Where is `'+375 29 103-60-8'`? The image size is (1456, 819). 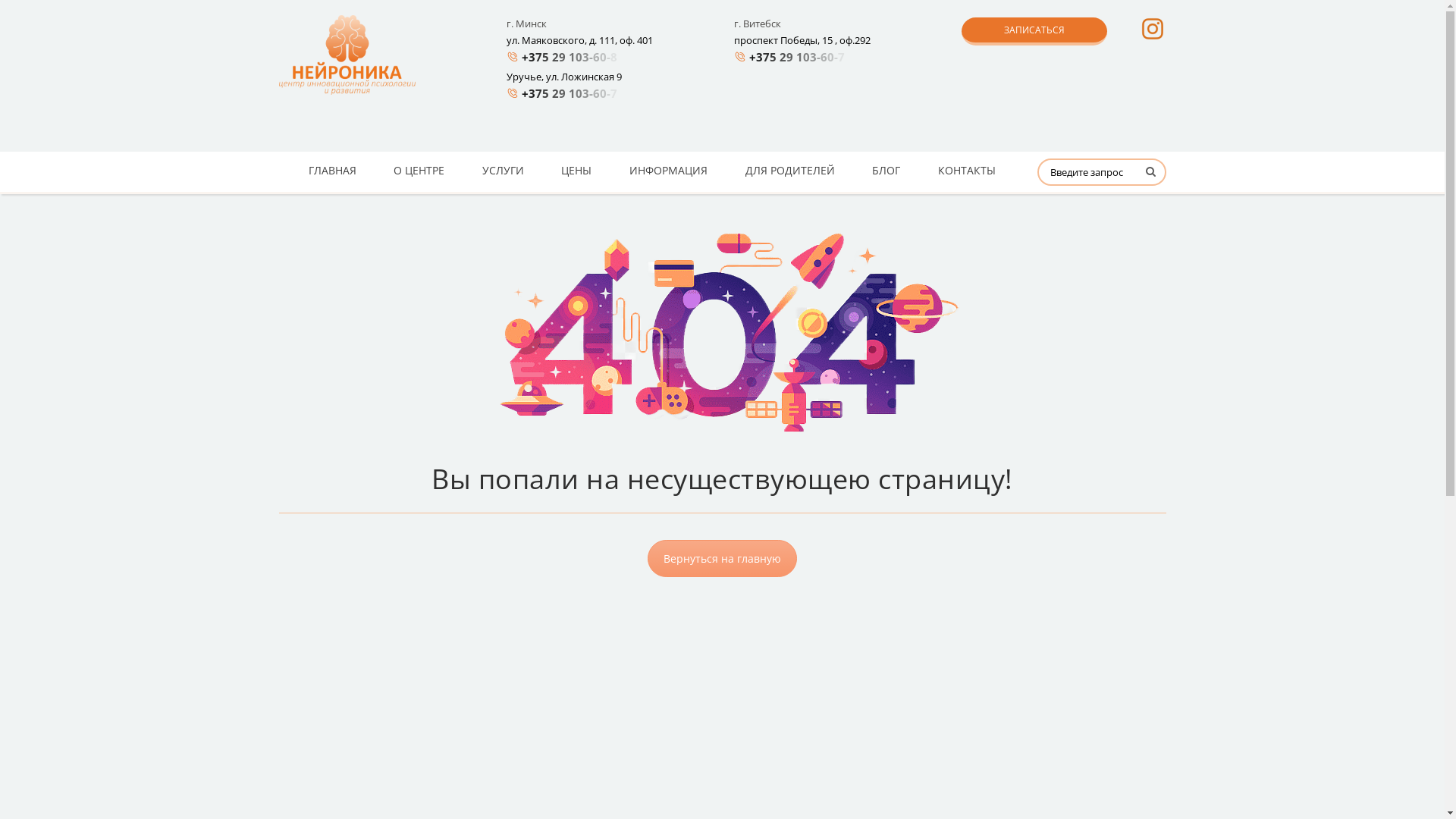 '+375 29 103-60-8' is located at coordinates (572, 55).